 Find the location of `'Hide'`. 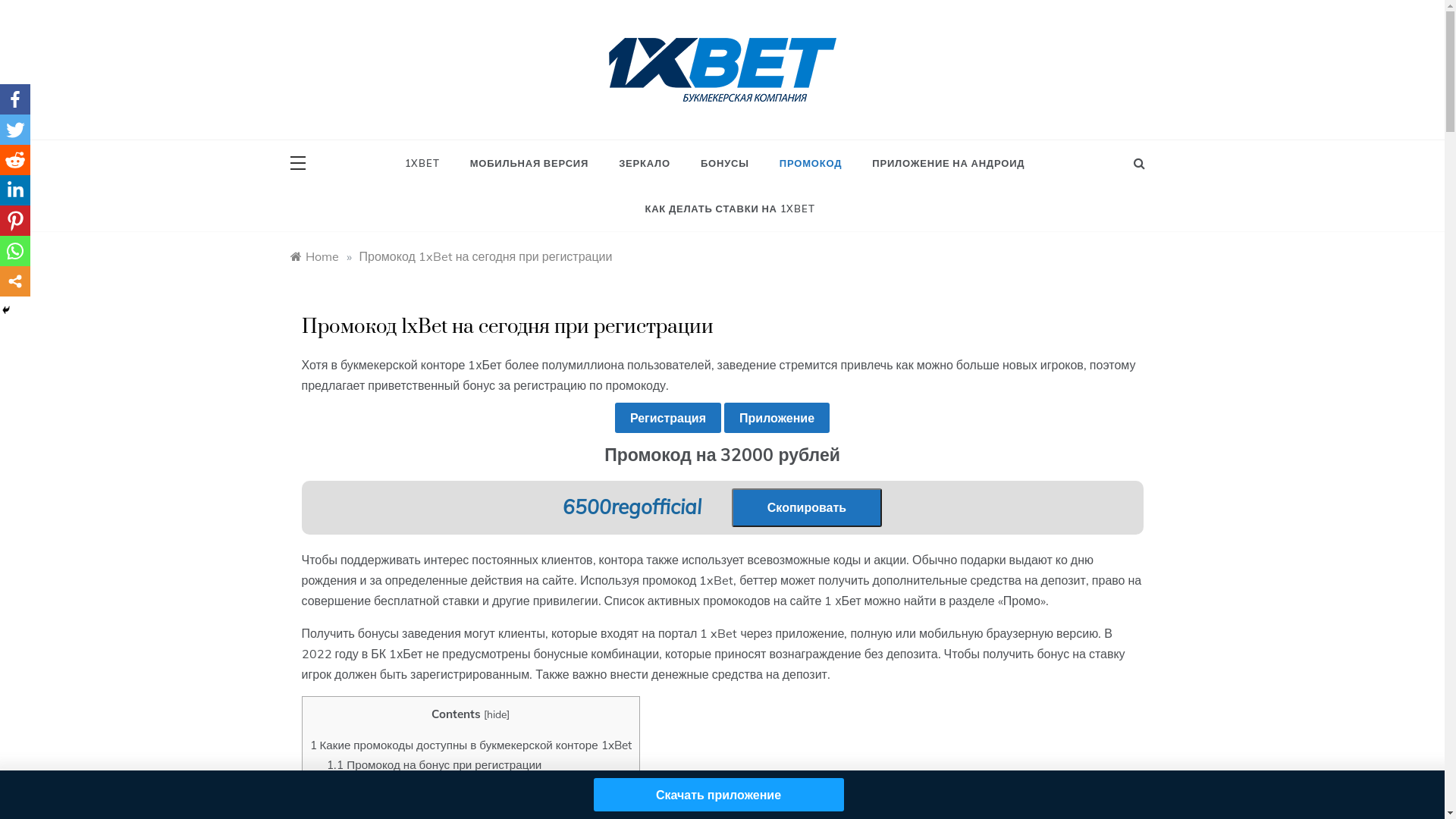

'Hide' is located at coordinates (0, 309).